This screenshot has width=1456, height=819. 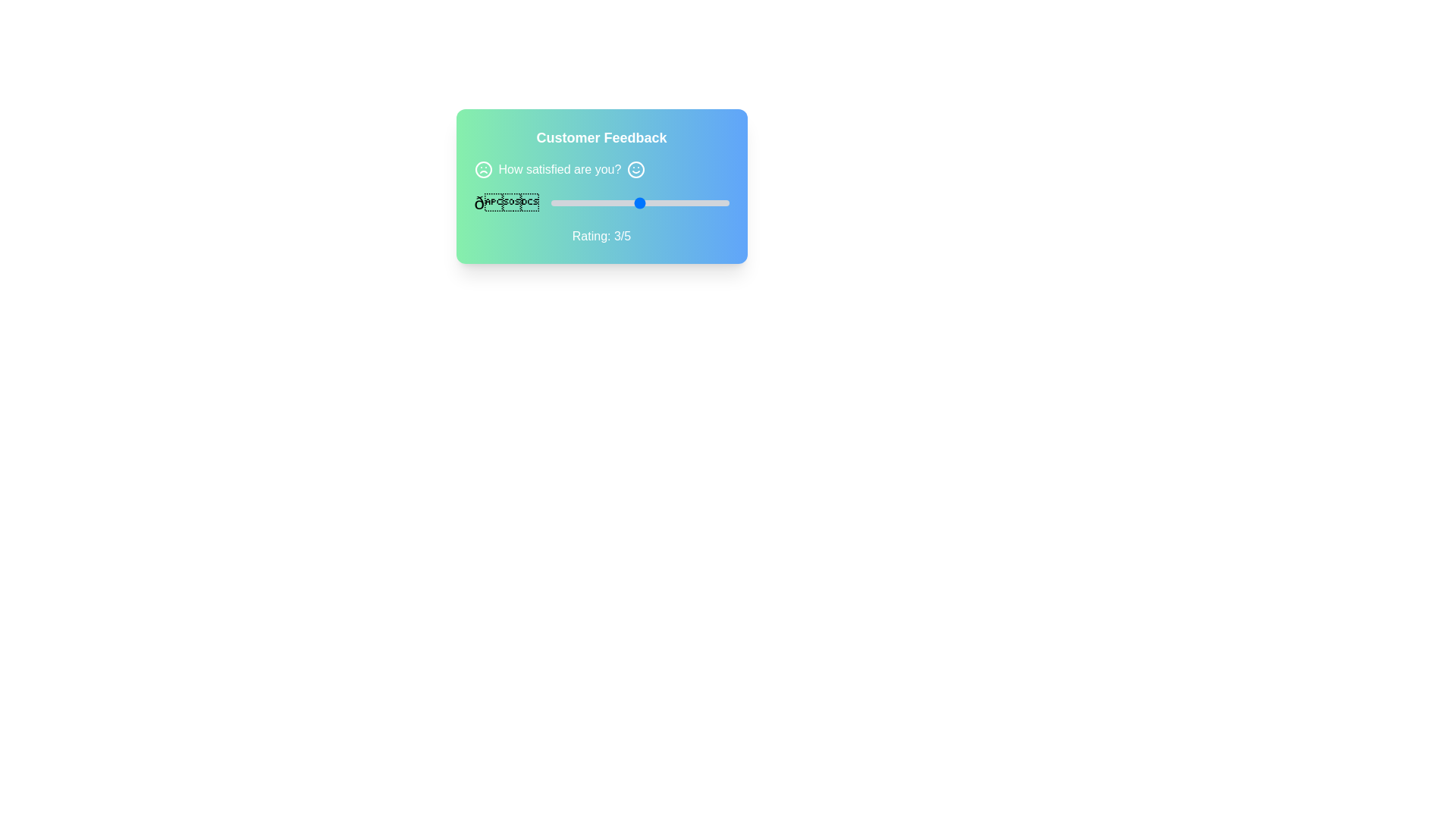 I want to click on the circular graphic component at the center of the smiley face icon, which is located to the left of the text 'How satisfied are you?', so click(x=636, y=169).